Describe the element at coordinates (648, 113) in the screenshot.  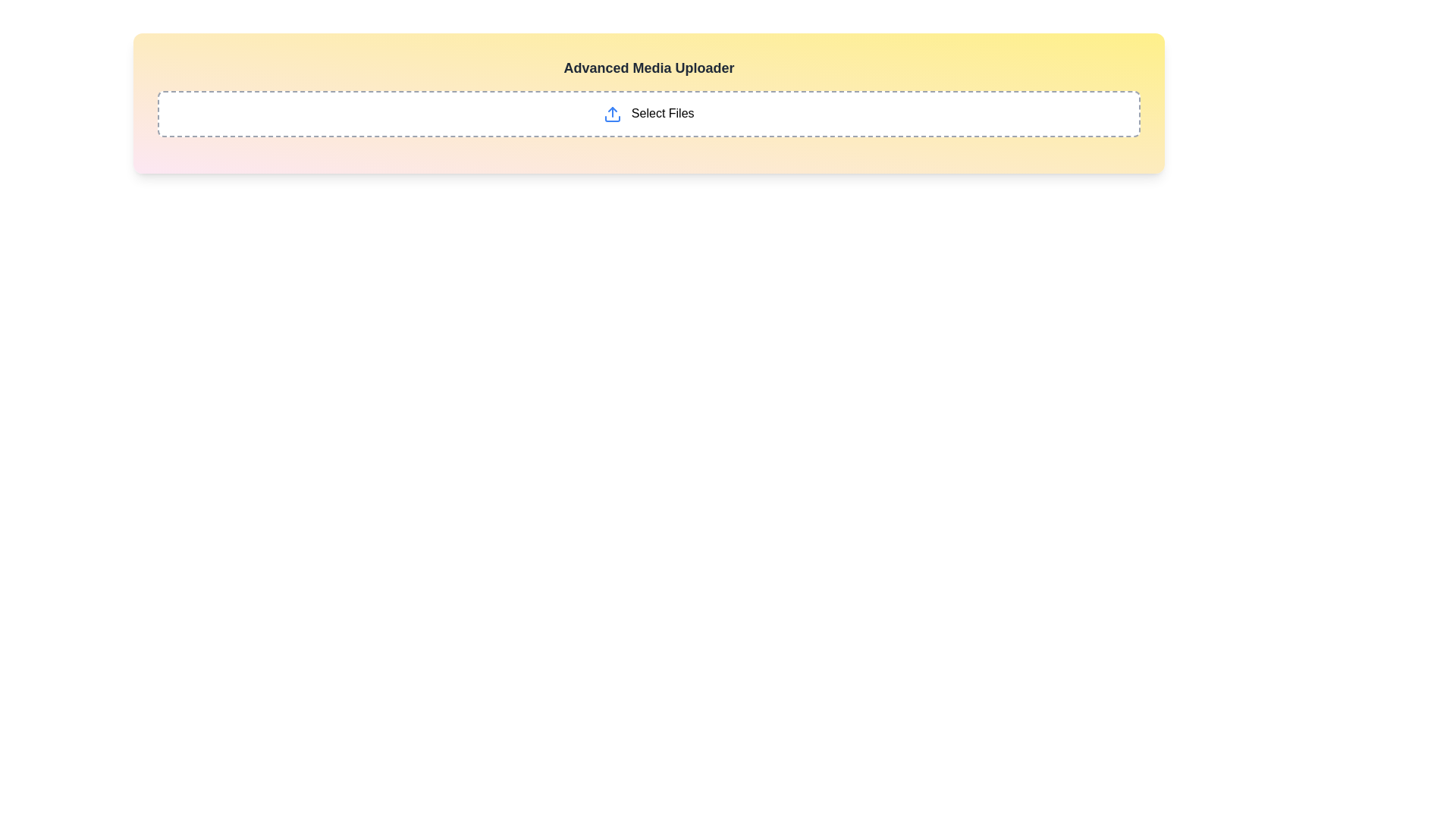
I see `and drop files into the file selection area, which is a white rectangular area with dashed gray borders and a blue upload icon followed by the label 'Select Files'` at that location.